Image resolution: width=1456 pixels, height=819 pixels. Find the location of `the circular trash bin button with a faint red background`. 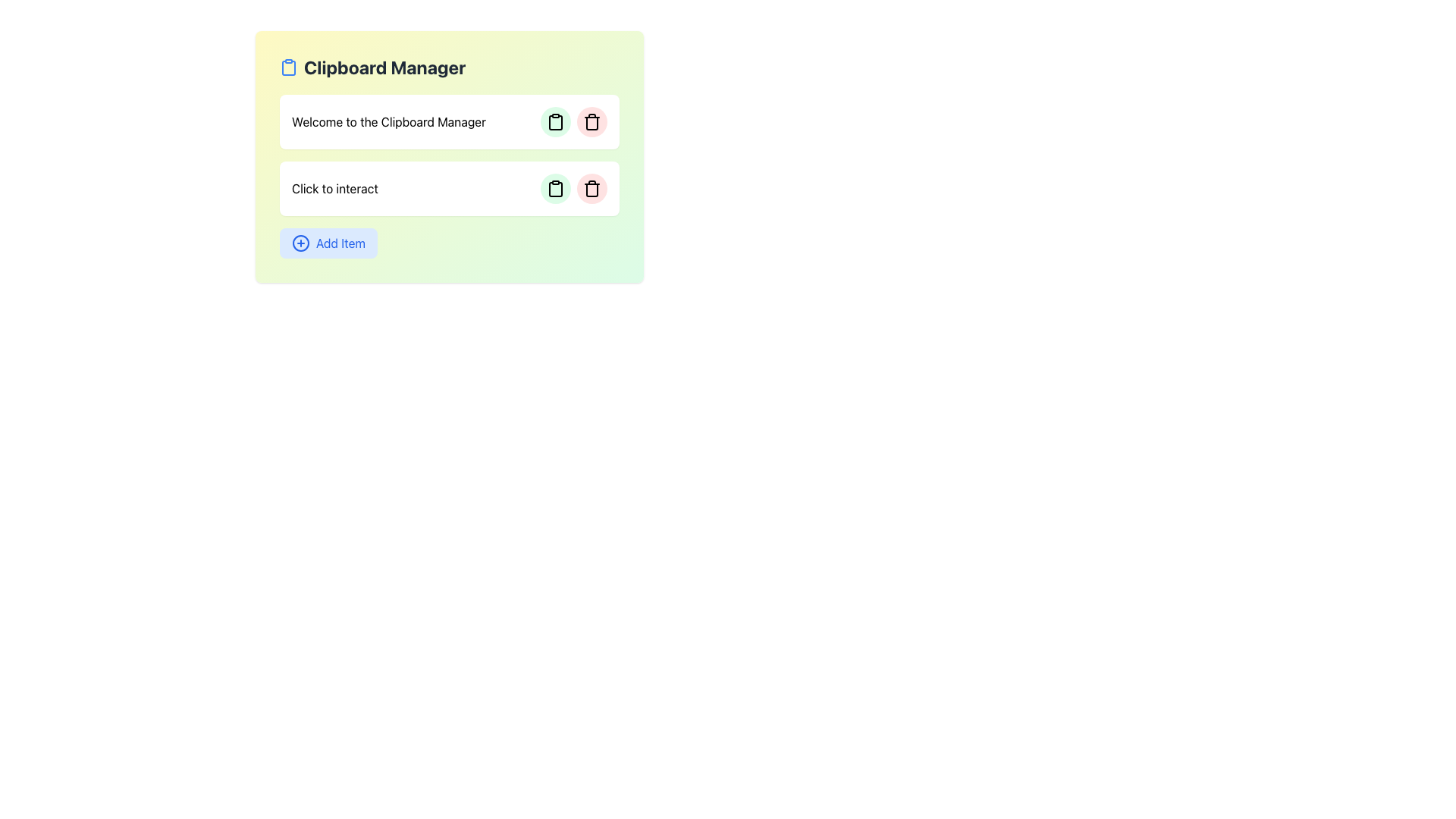

the circular trash bin button with a faint red background is located at coordinates (591, 188).